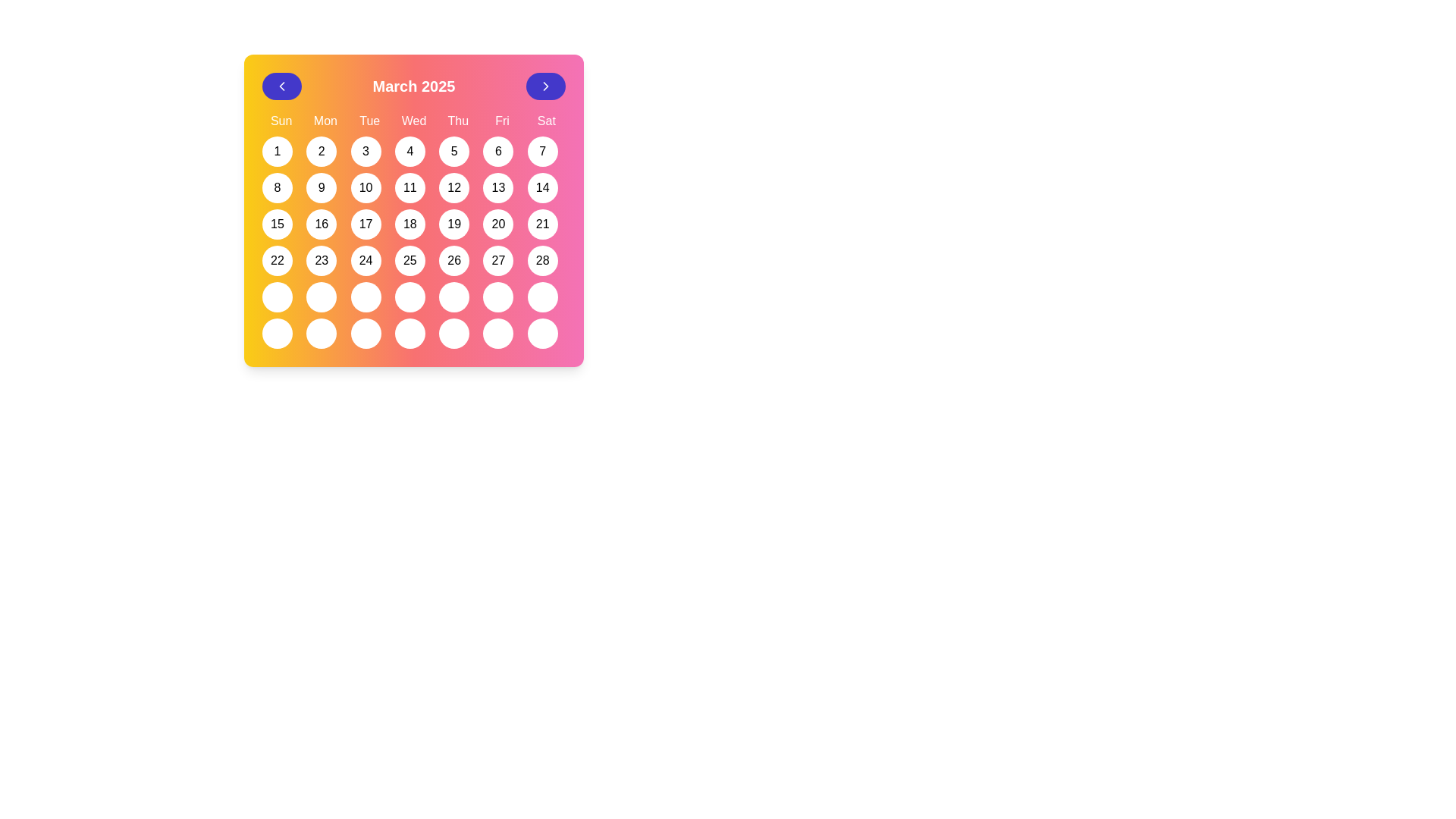 This screenshot has height=819, width=1456. What do you see at coordinates (366, 332) in the screenshot?
I see `the selectable day button located in the bottom row of the calendar grid under 'Tue'` at bounding box center [366, 332].